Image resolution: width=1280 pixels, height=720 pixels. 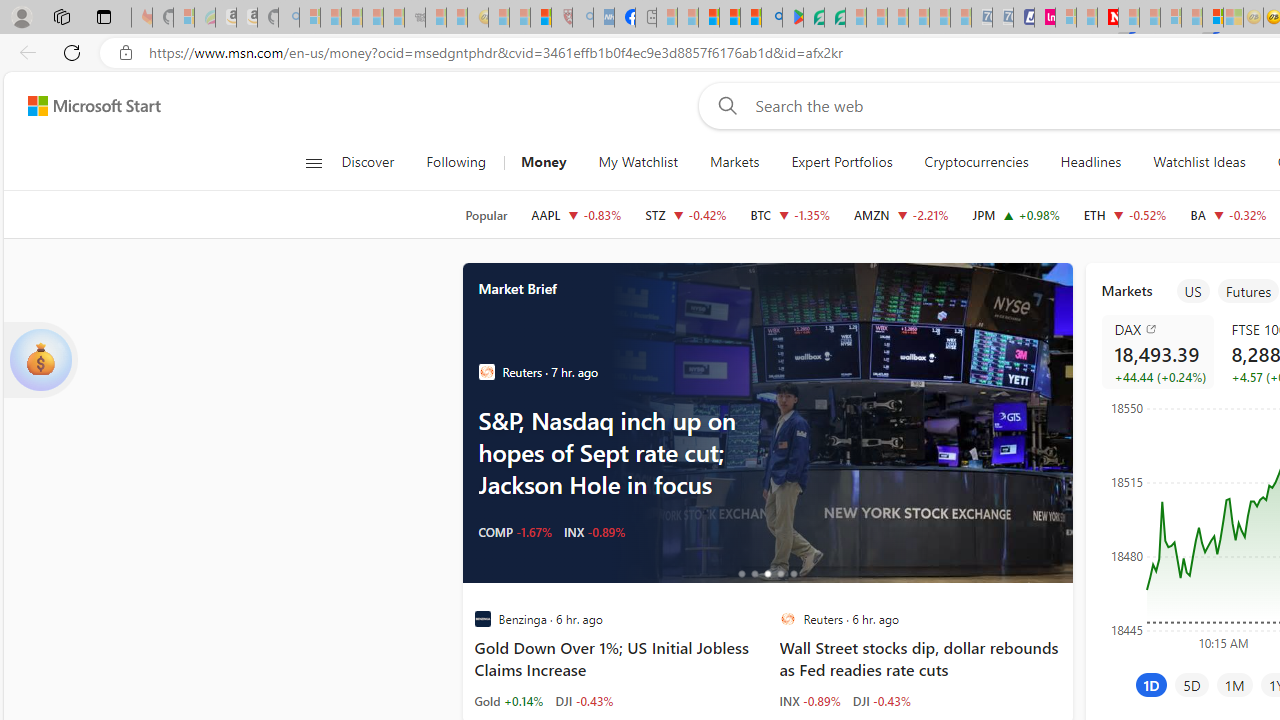 I want to click on 'Trusted Community Engagement and Contributions | Guidelines', so click(x=1128, y=17).